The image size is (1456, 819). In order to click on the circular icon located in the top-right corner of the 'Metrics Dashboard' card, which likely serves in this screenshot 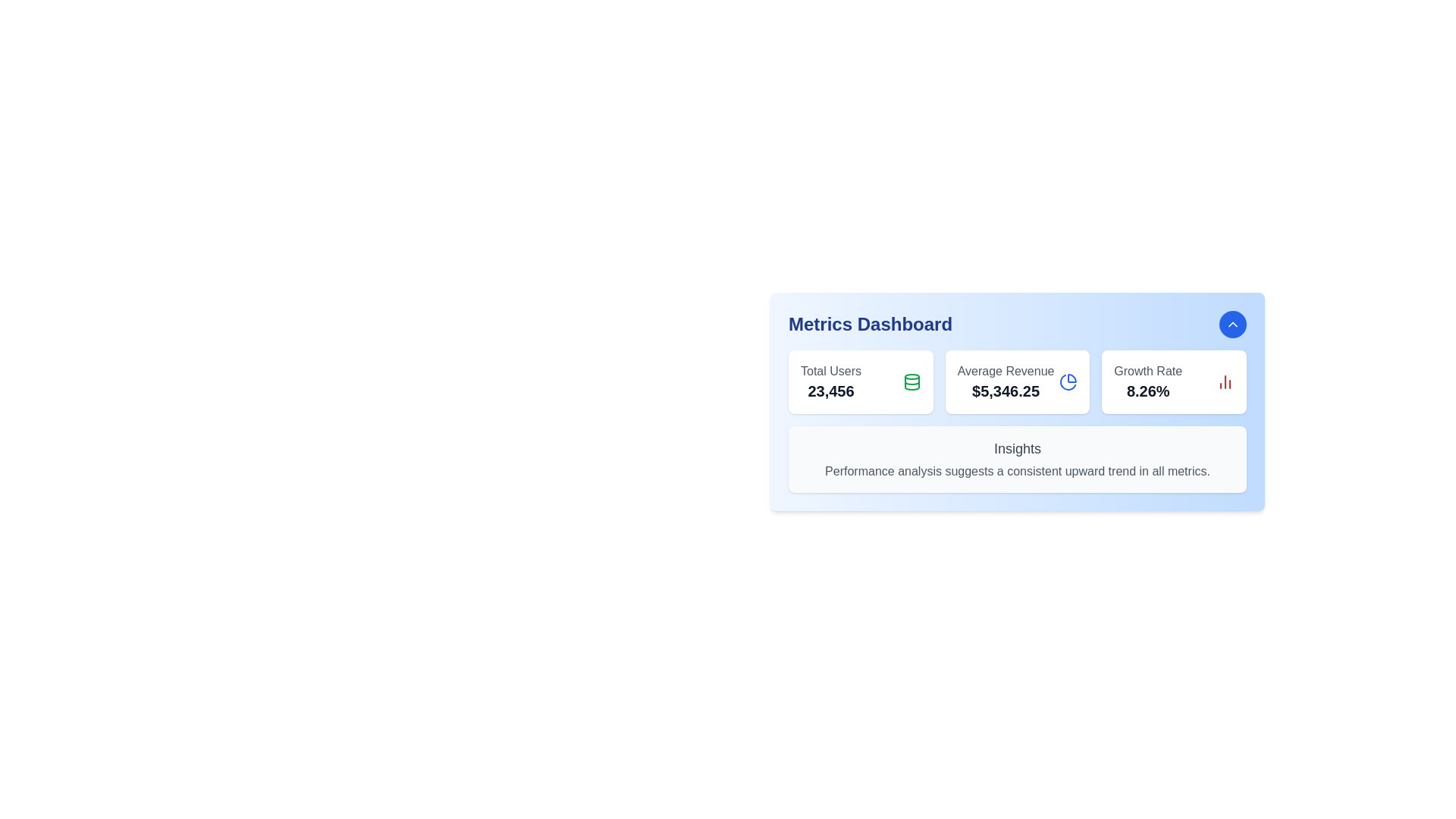, I will do `click(1233, 324)`.